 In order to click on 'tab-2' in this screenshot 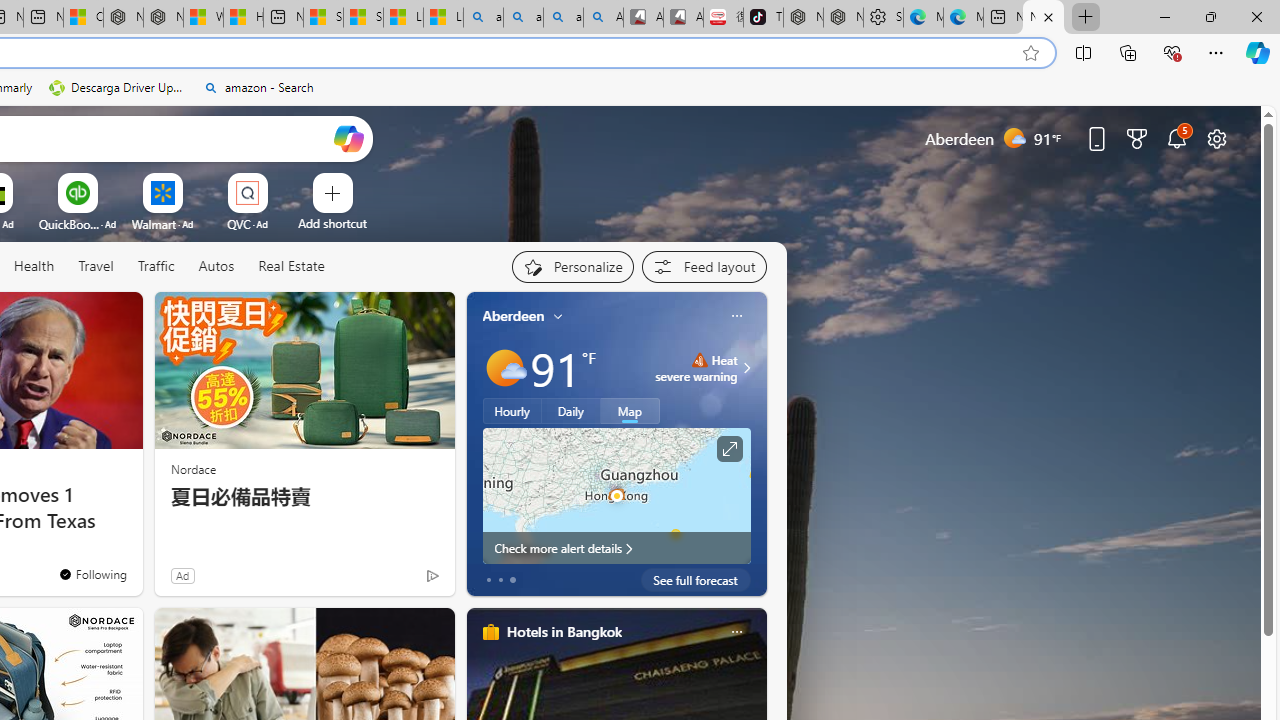, I will do `click(512, 579)`.